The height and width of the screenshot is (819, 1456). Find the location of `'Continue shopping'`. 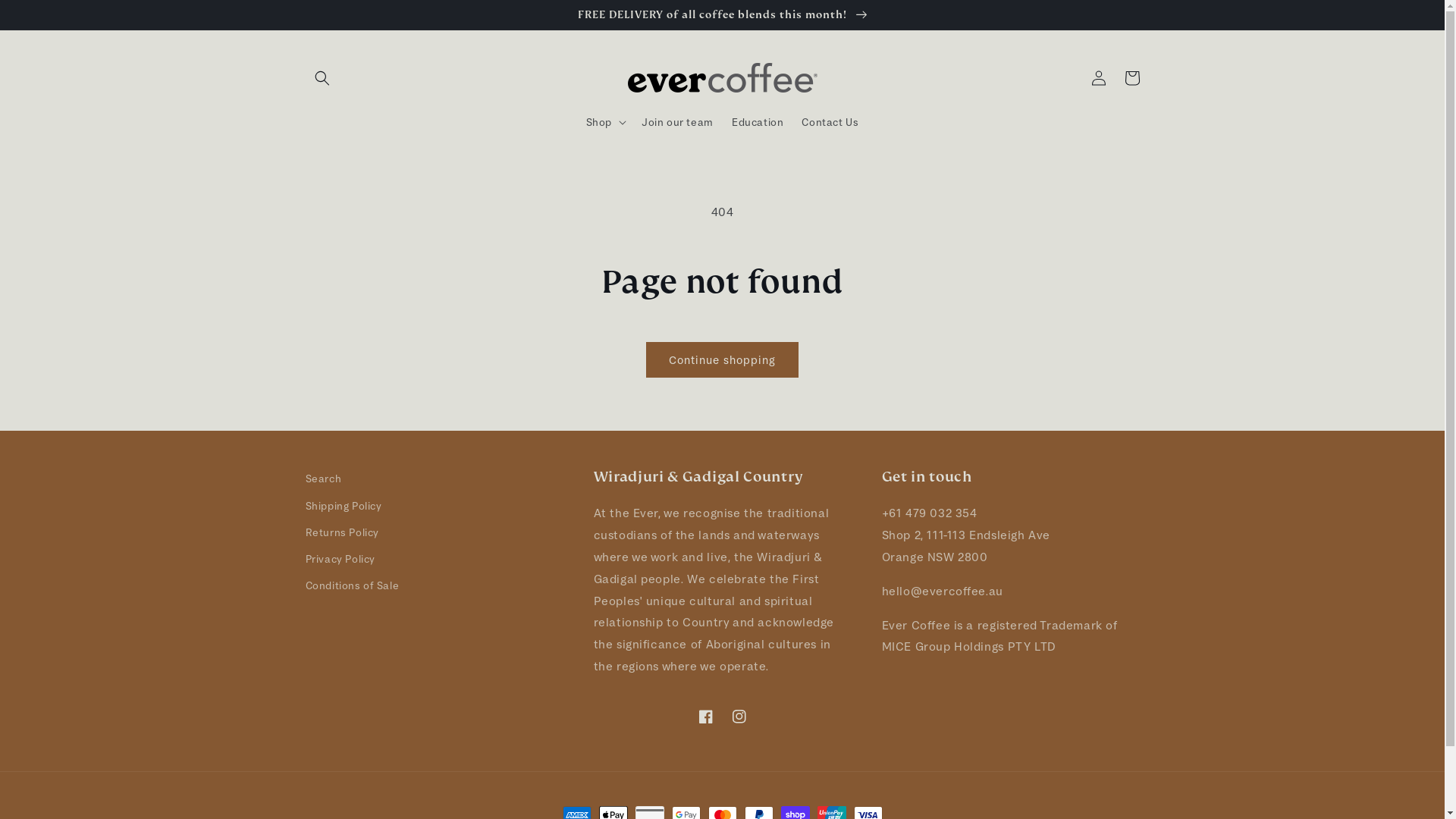

'Continue shopping' is located at coordinates (721, 359).